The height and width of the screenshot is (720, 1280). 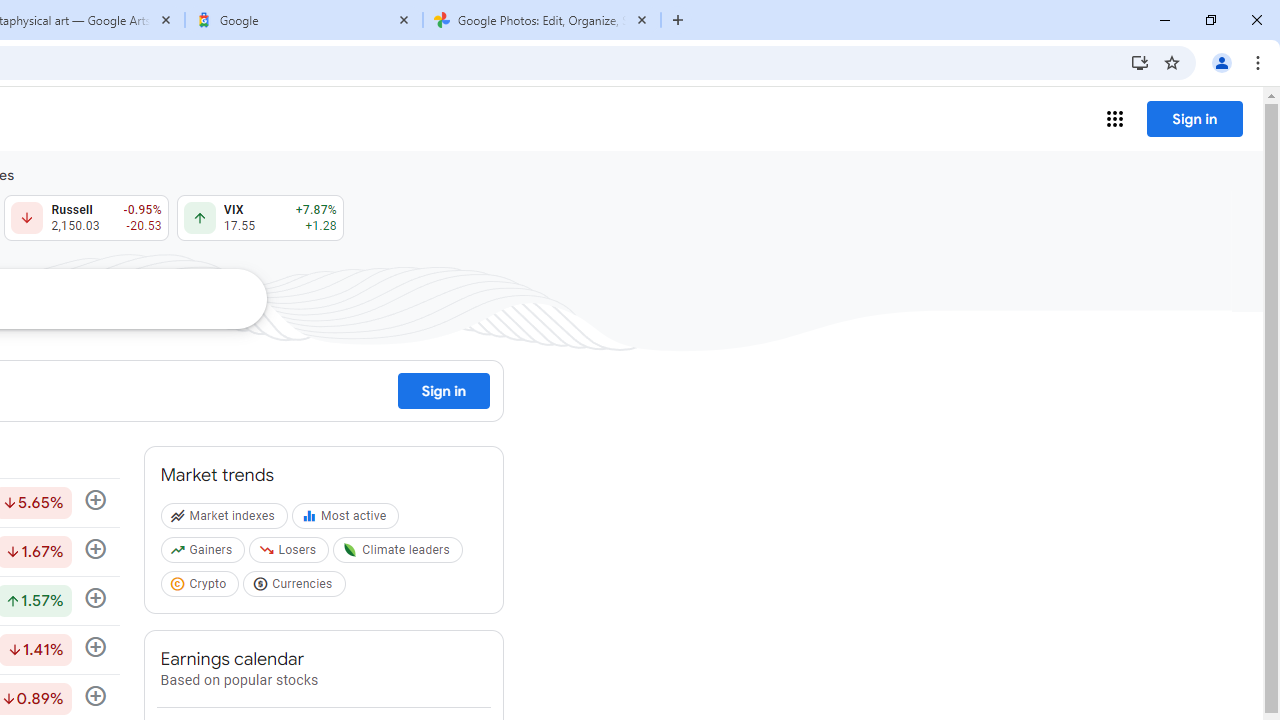 What do you see at coordinates (350, 550) in the screenshot?
I see `'GLeaf logo'` at bounding box center [350, 550].